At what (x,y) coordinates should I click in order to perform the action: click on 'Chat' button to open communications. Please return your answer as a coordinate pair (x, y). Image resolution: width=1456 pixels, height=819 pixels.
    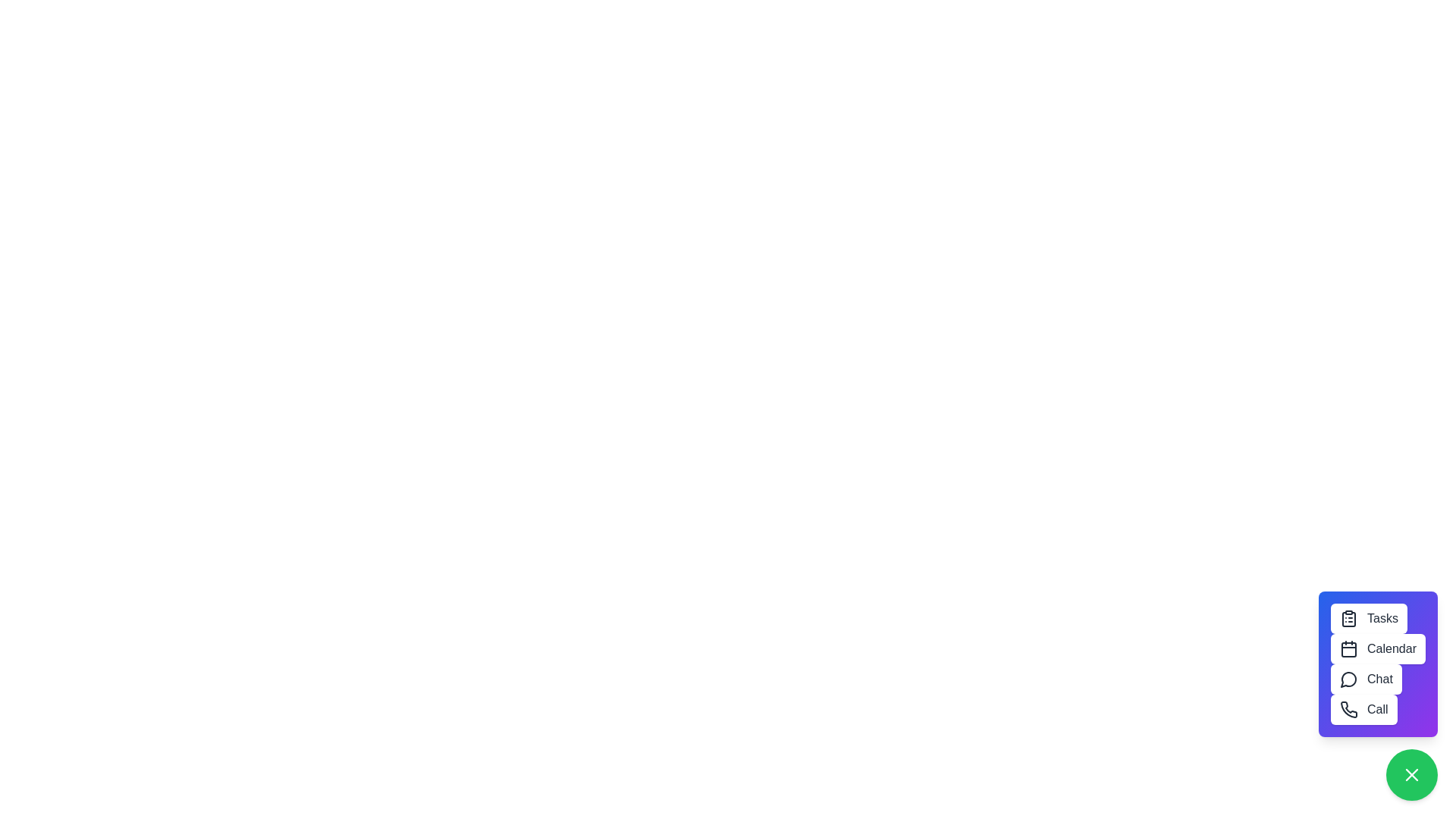
    Looking at the image, I should click on (1366, 678).